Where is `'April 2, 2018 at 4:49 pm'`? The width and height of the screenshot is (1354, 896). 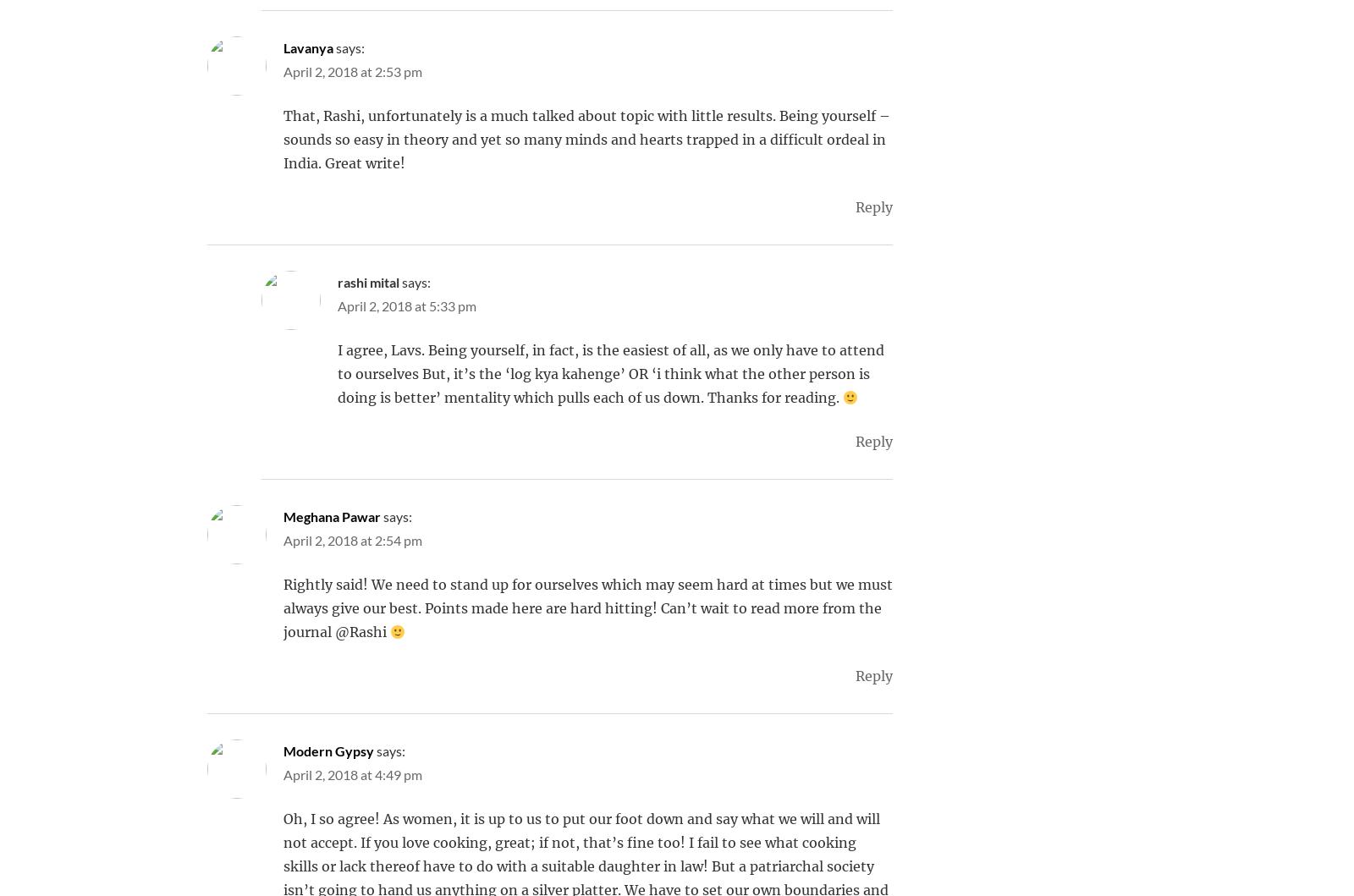 'April 2, 2018 at 4:49 pm' is located at coordinates (351, 774).